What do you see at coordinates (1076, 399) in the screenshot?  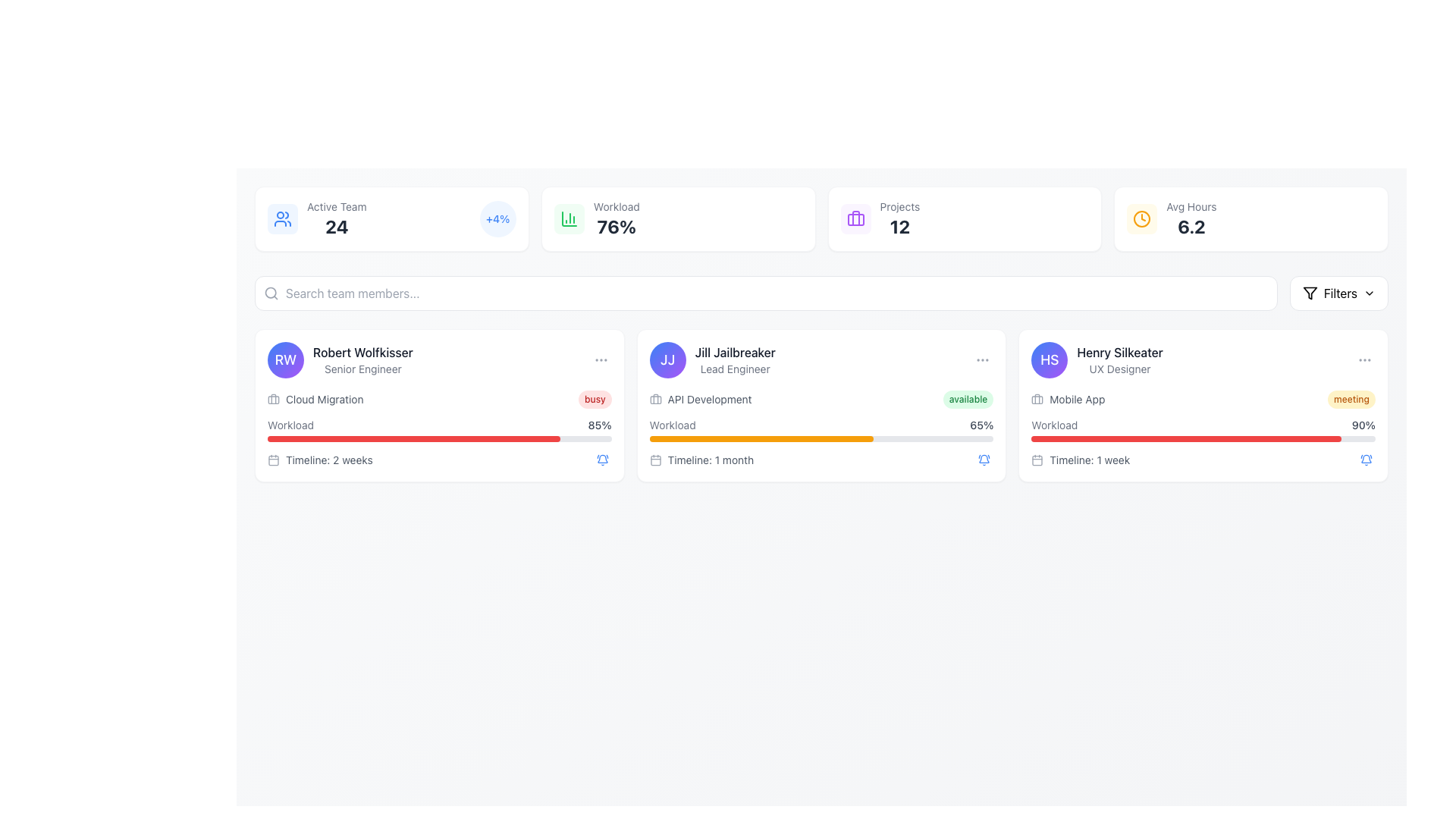 I see `the Text label that describes the category for the task related to Henry Silkeater, a UX Designer, which is located to the right of a briefcase icon` at bounding box center [1076, 399].